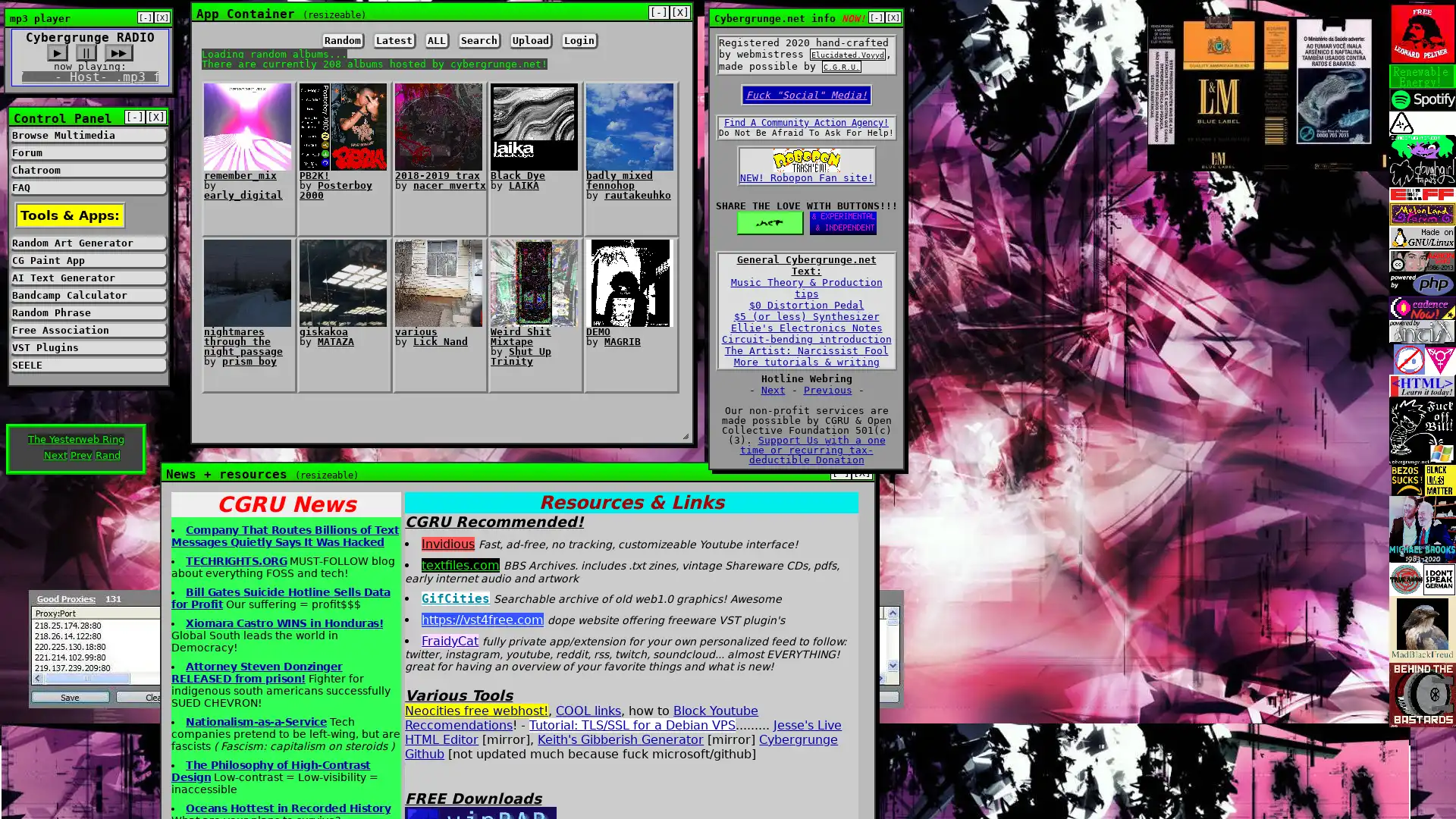 This screenshot has width=1456, height=819. I want to click on Forum, so click(87, 152).